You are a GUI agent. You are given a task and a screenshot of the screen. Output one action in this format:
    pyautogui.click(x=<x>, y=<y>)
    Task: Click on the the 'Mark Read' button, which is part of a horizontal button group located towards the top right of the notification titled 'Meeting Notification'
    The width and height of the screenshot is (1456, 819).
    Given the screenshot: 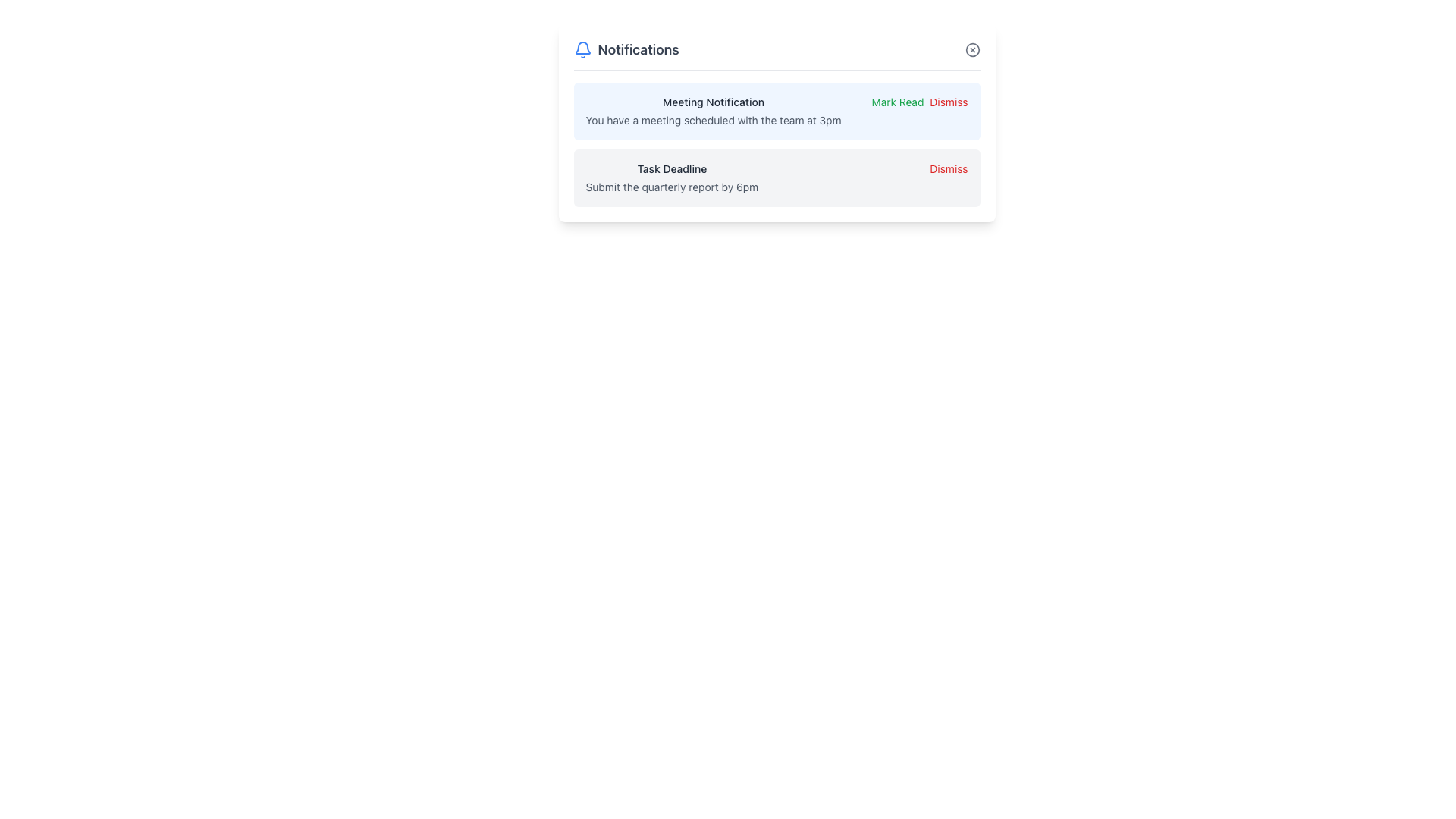 What is the action you would take?
    pyautogui.click(x=919, y=102)
    